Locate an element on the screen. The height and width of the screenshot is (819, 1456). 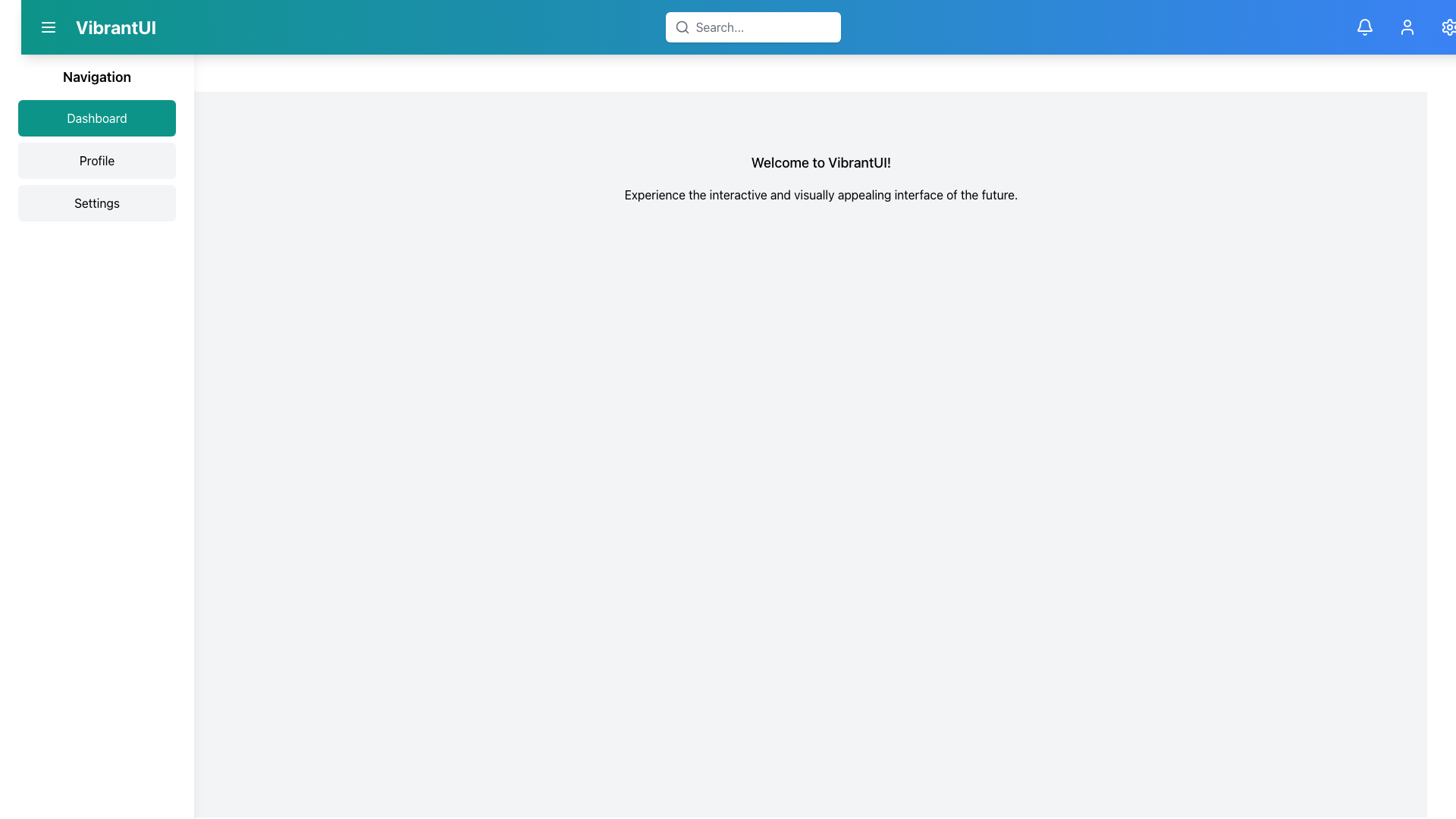
the user account icon, which is styled with a simplistic outline symbol of a head and shoulders, located in the top-right corner of the interface is located at coordinates (1407, 27).